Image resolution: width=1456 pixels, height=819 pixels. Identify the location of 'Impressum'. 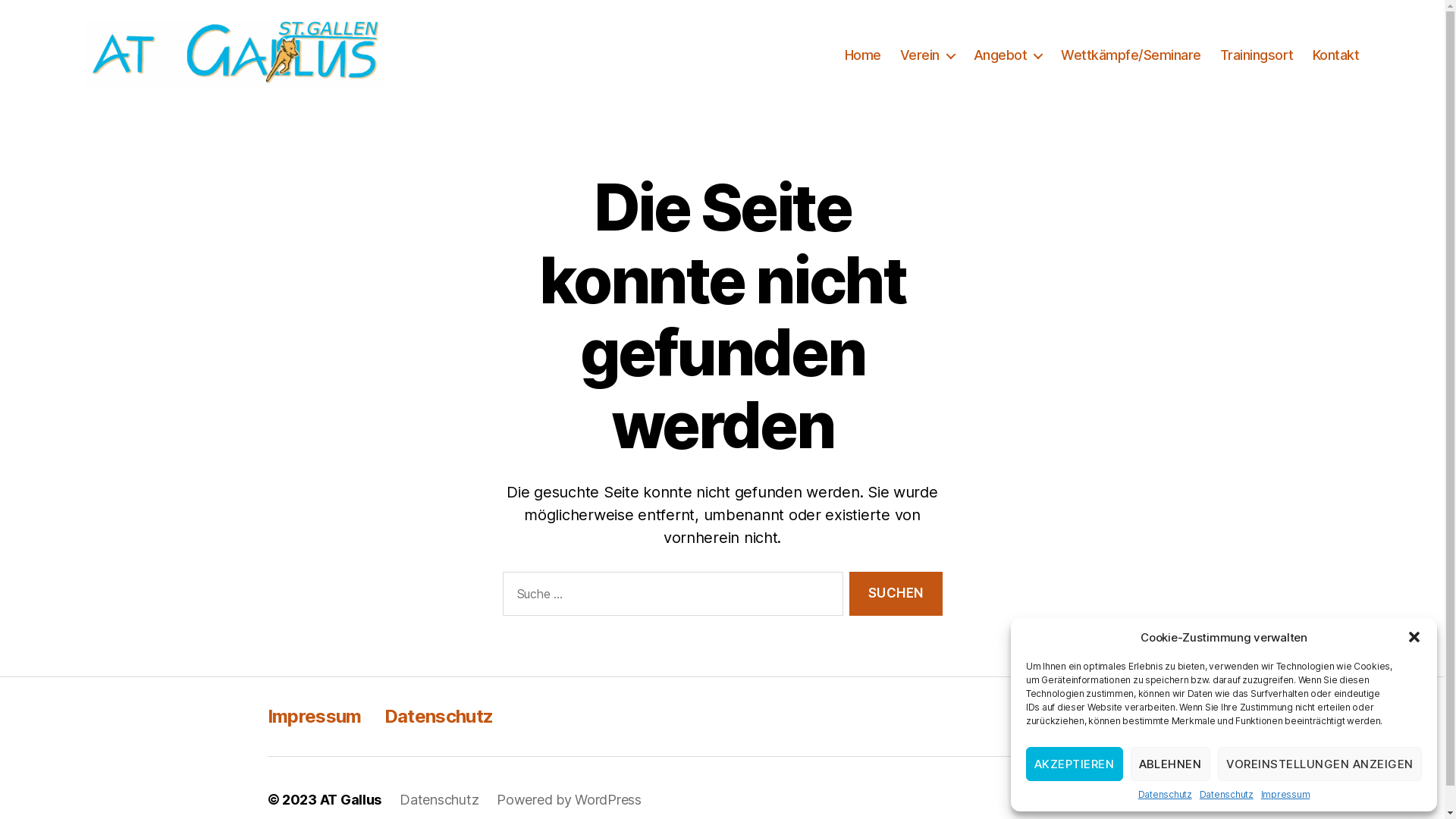
(1285, 793).